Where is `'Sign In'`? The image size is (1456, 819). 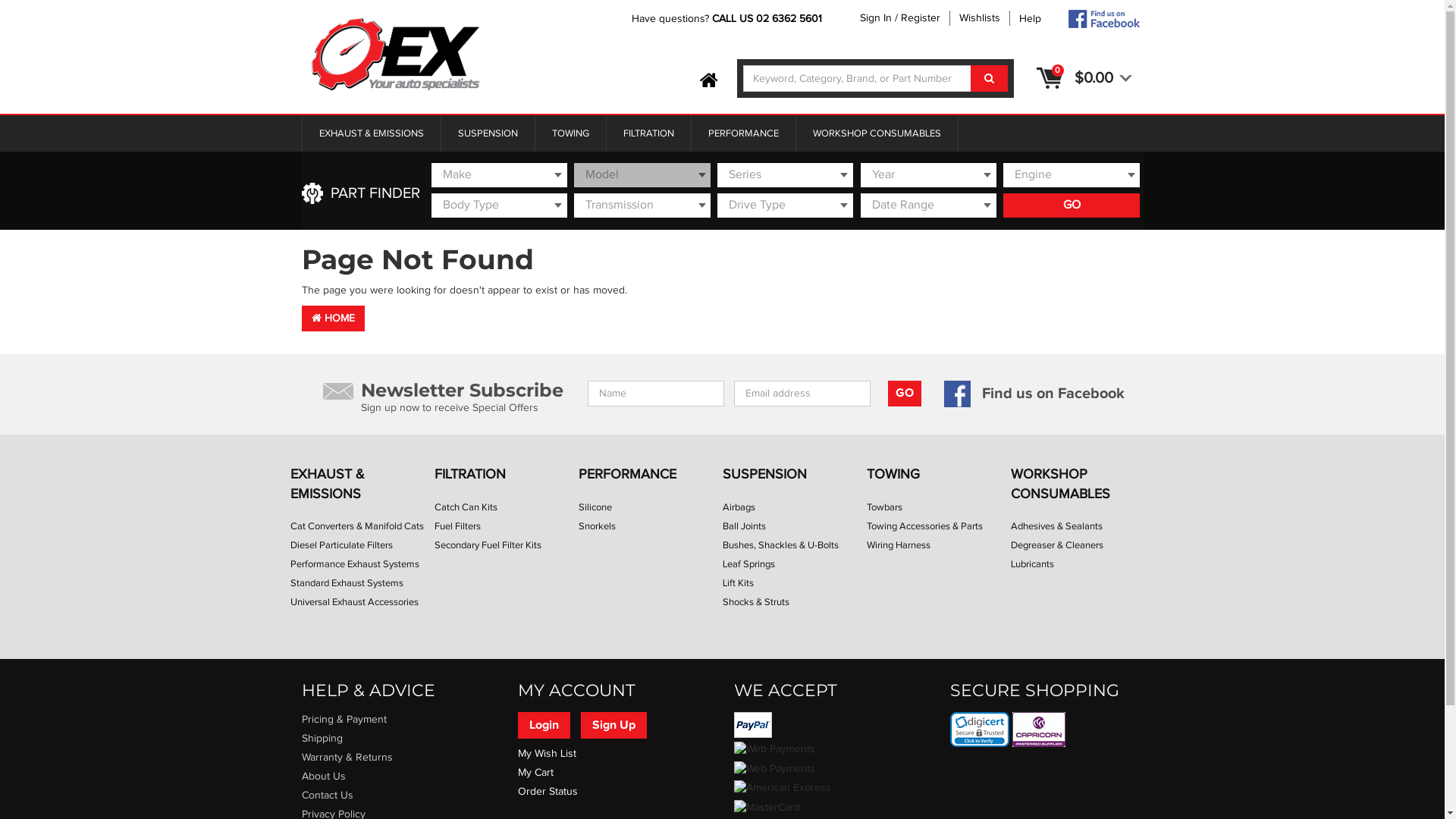
'Sign In' is located at coordinates (859, 17).